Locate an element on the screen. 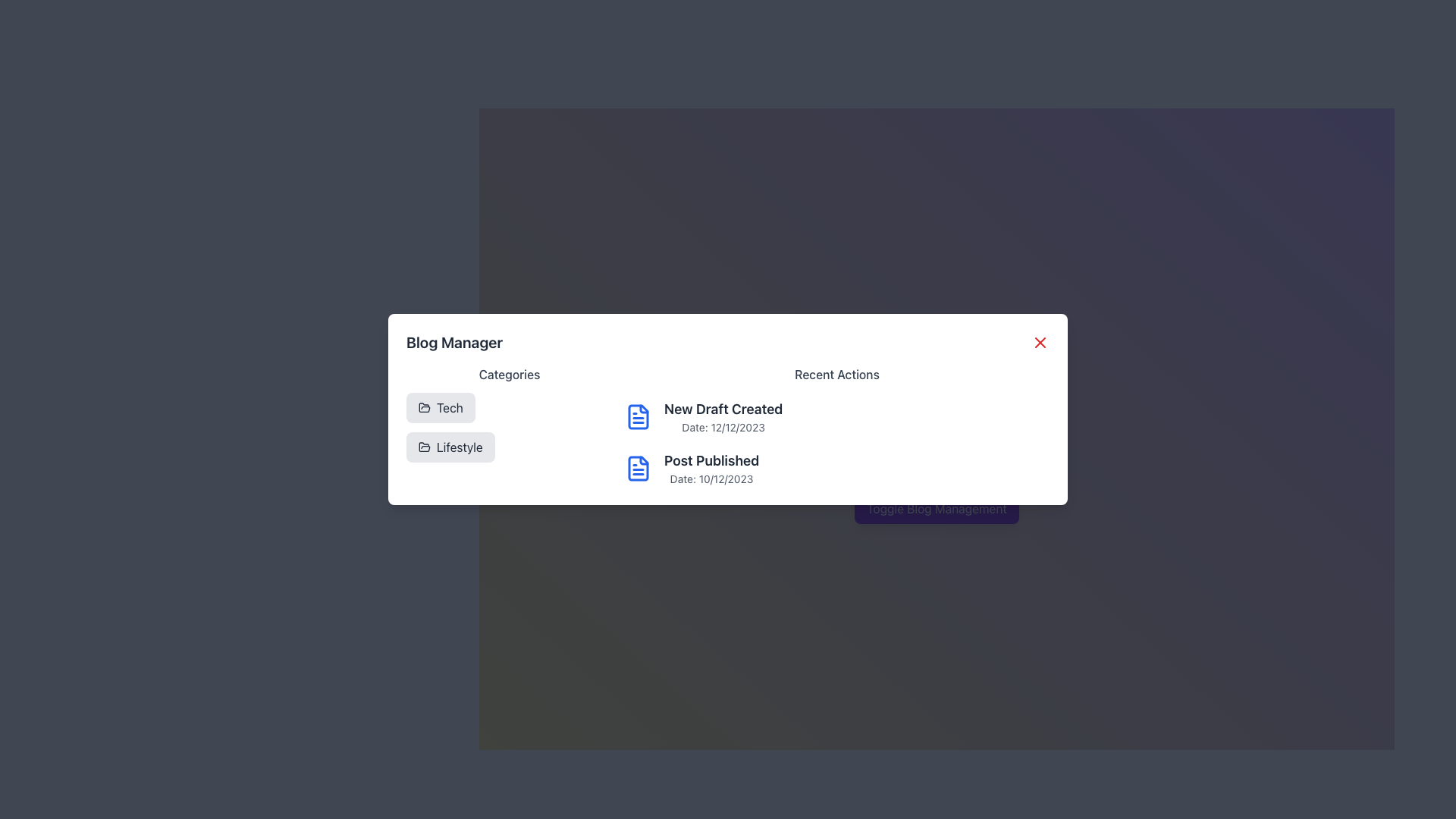 This screenshot has height=819, width=1456. text from the 'Post Published' text block located in the 'Recent Actions' section of the 'Blog Manager' dialog, which displays 'Post Published' in bold dark gray and 'Date: 10/12/2023' in smaller light gray below it is located at coordinates (711, 467).